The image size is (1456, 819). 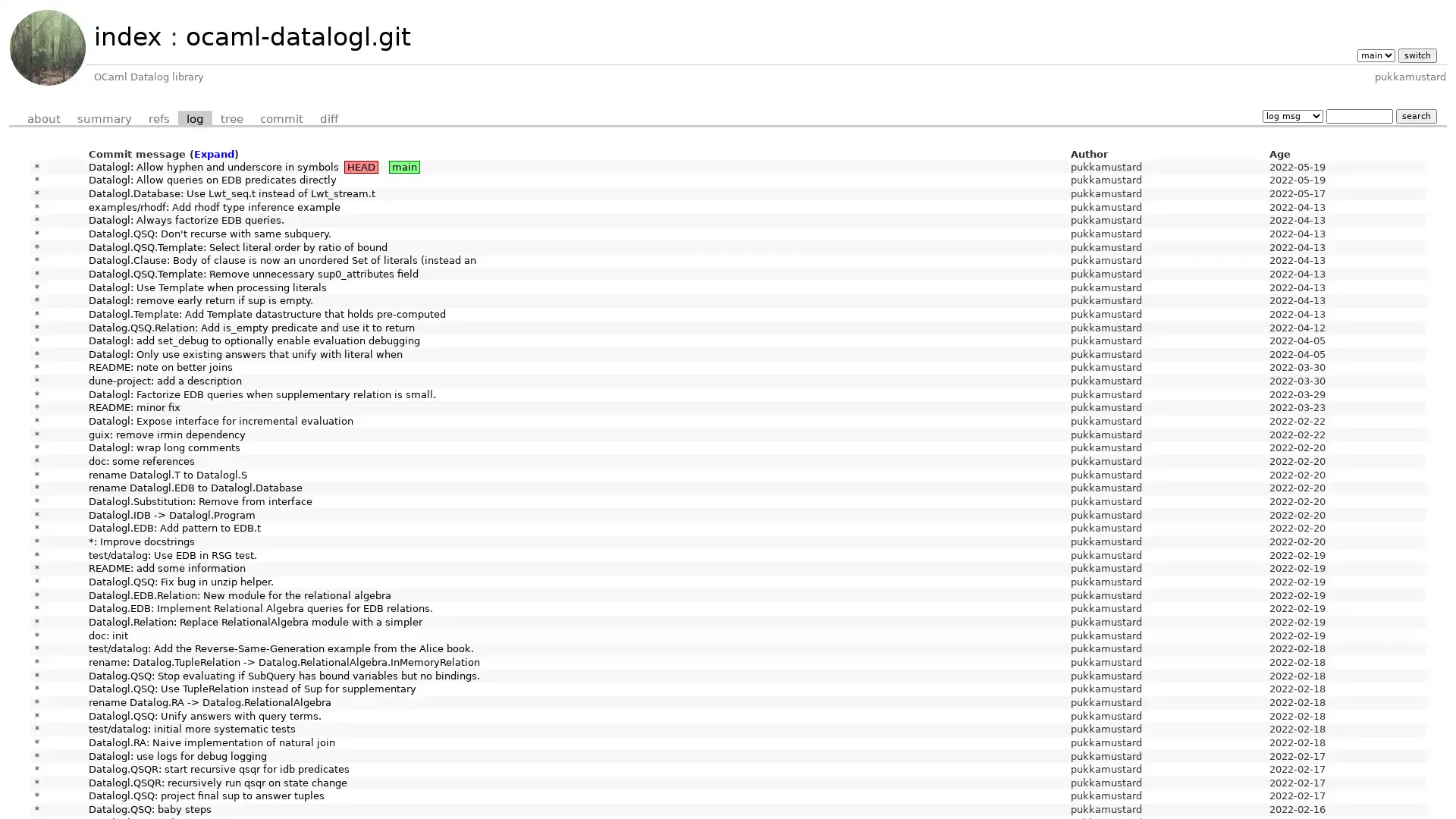 What do you see at coordinates (1416, 55) in the screenshot?
I see `switch` at bounding box center [1416, 55].